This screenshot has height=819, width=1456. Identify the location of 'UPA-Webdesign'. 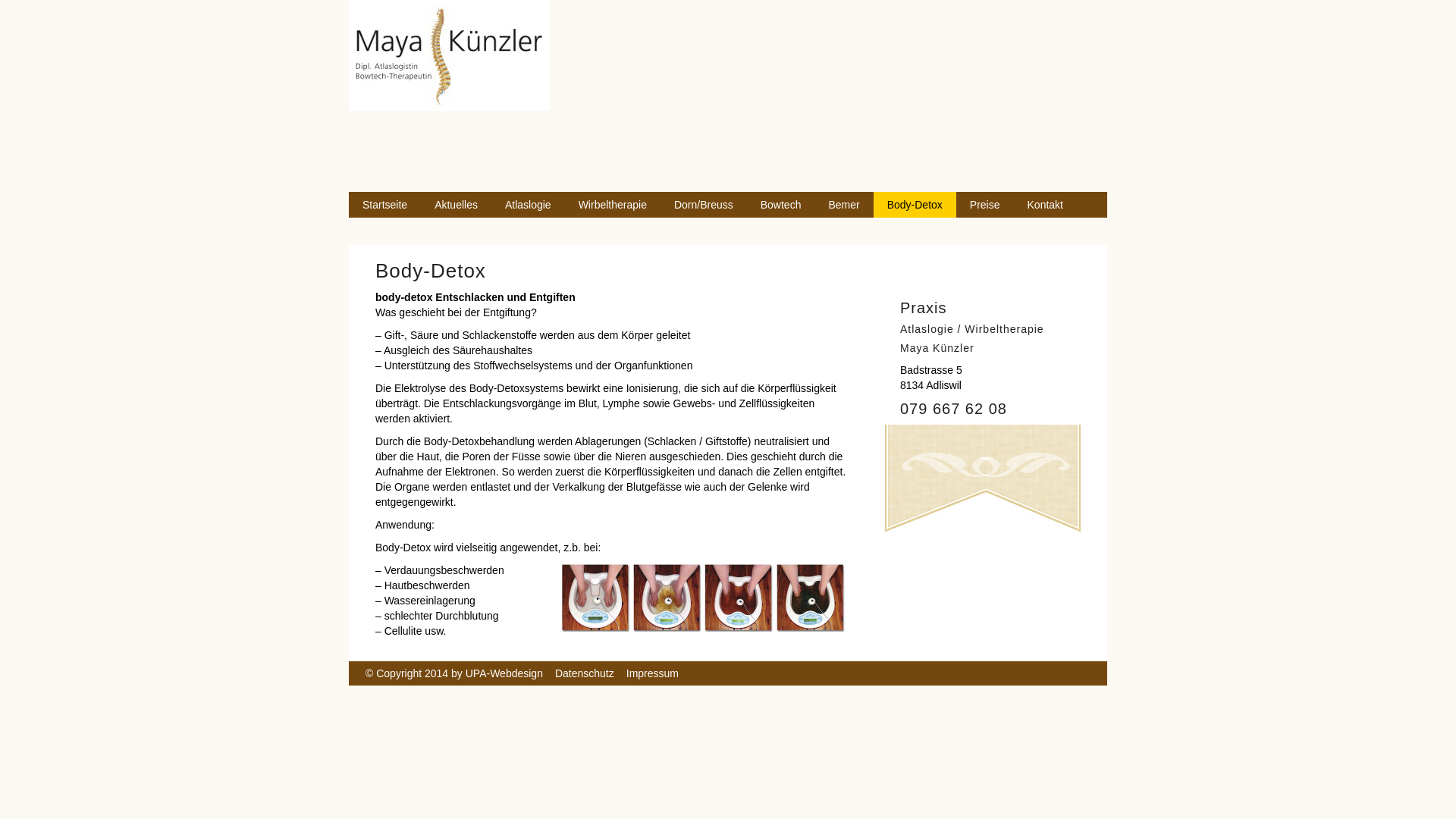
(504, 672).